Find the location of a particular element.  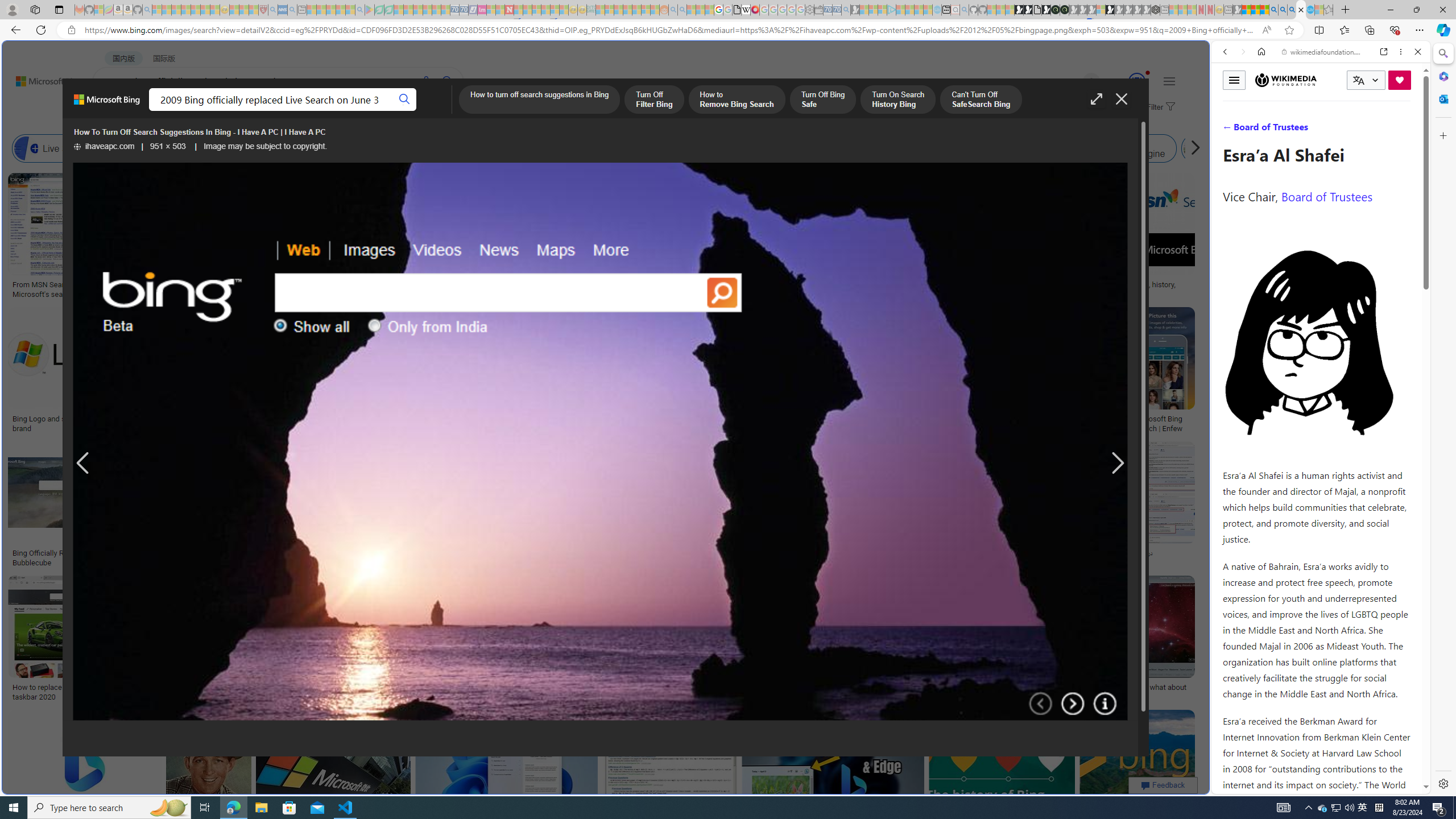

'How to turn off search suggestions in Bing' is located at coordinates (539, 100).